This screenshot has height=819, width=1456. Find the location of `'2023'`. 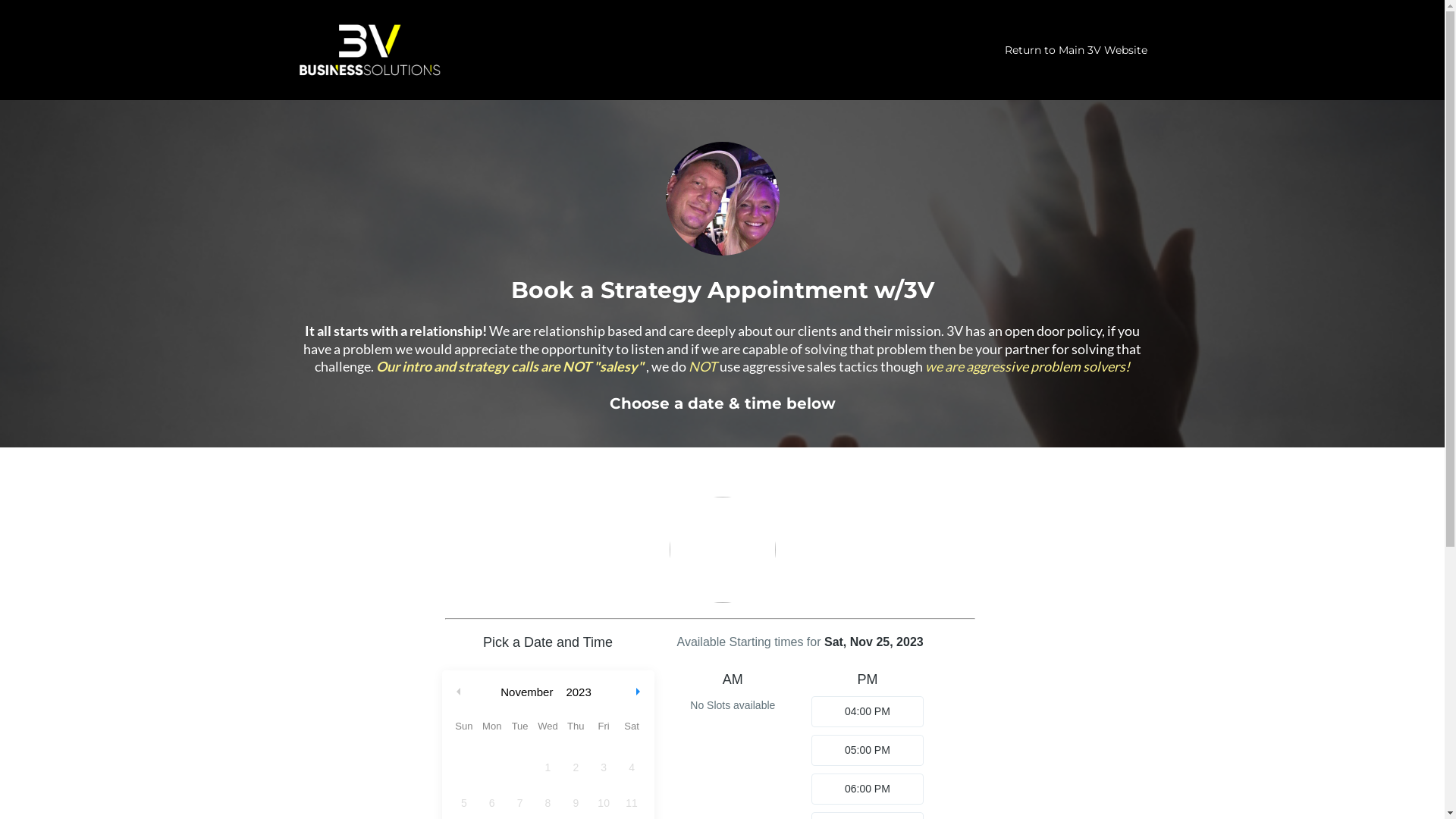

'2023' is located at coordinates (560, 692).